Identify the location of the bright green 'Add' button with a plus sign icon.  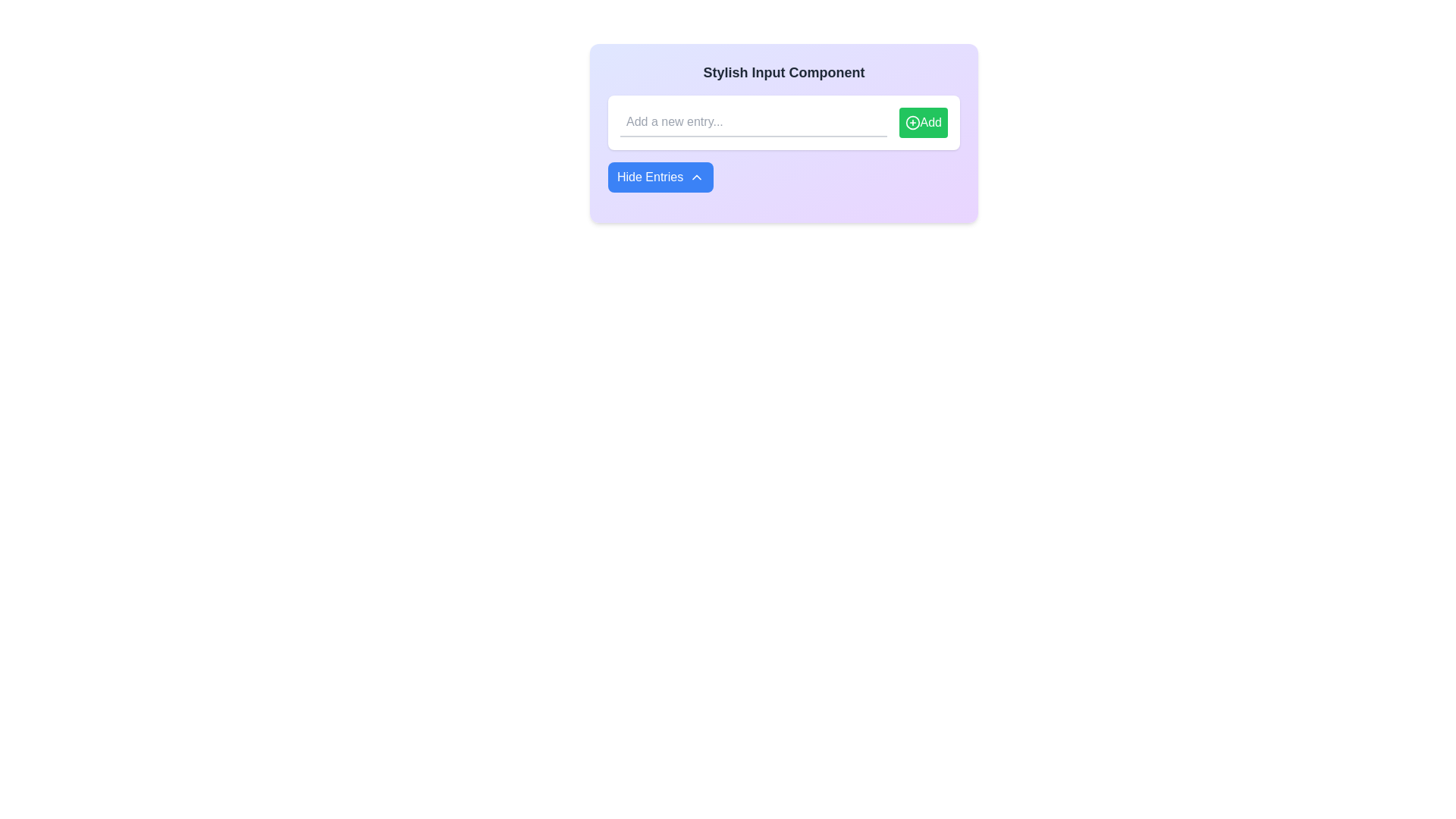
(922, 122).